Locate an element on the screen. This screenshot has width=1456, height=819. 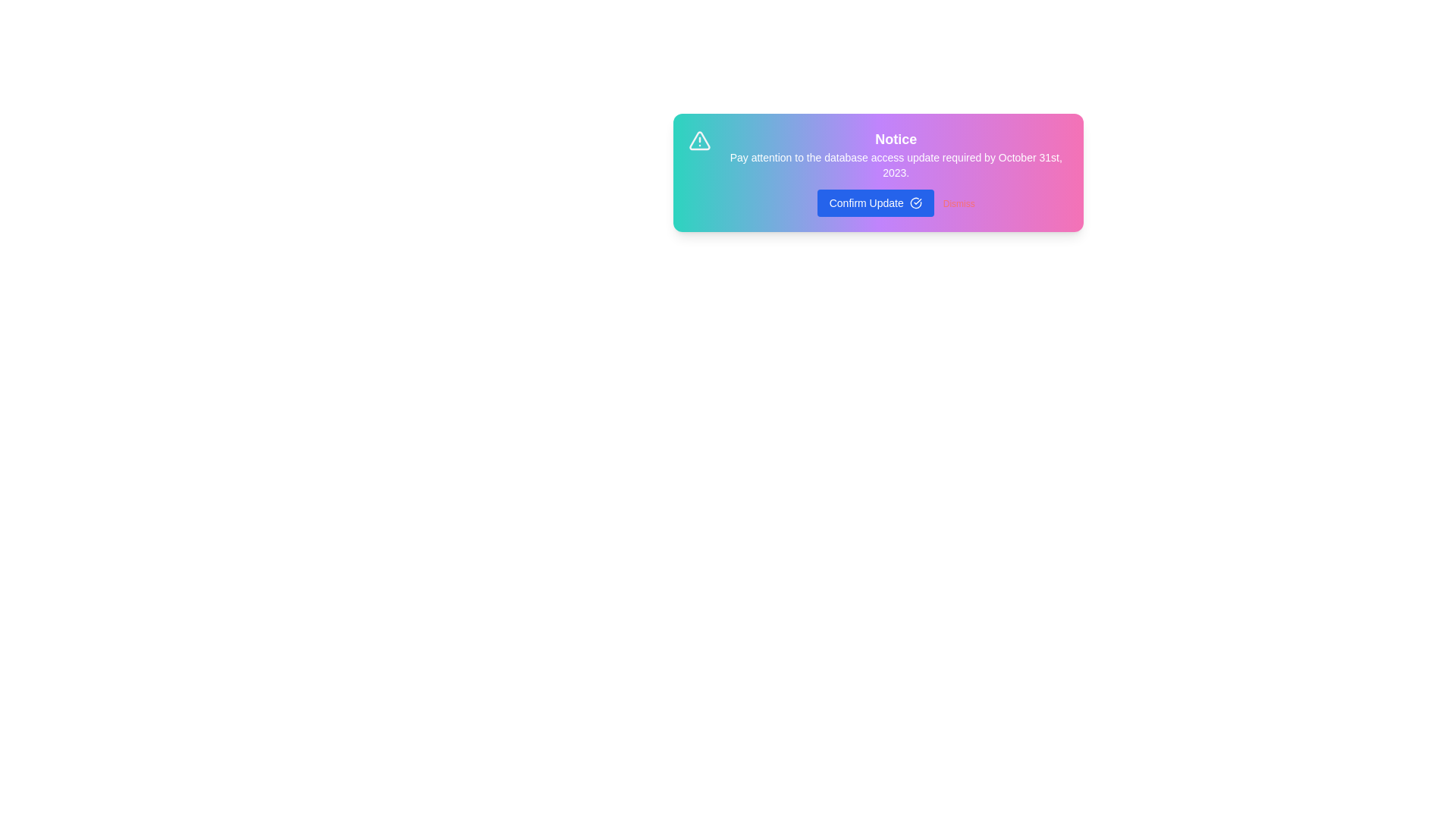
the word 'the' in the alert message is located at coordinates (750, 152).